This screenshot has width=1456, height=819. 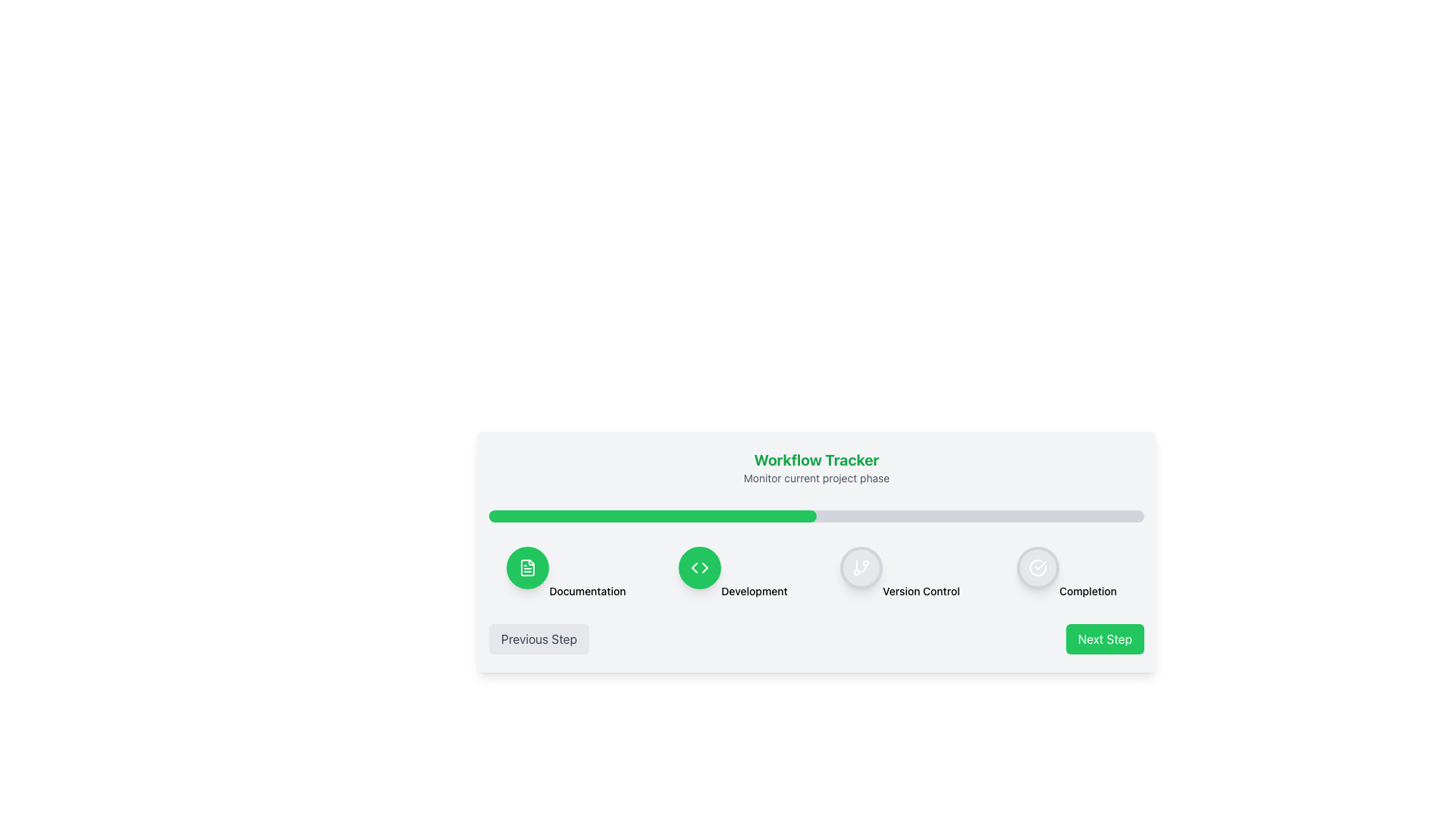 What do you see at coordinates (815, 459) in the screenshot?
I see `the 'Workflow Tracker' text label, which is bold, large, and green, located at the top of the main content area above a progress bar` at bounding box center [815, 459].